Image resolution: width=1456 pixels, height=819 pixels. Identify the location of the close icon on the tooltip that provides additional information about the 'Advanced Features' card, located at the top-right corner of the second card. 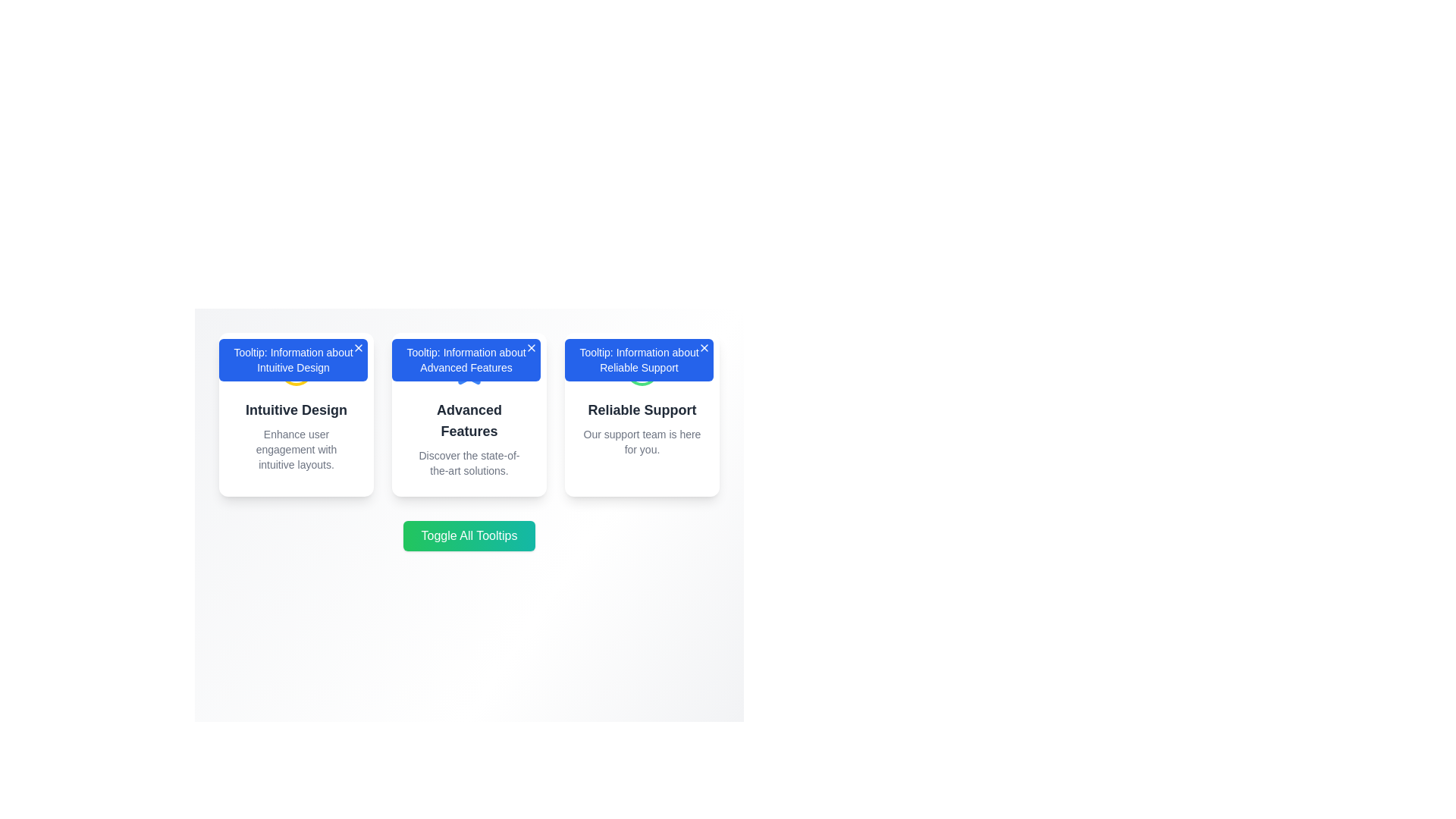
(465, 359).